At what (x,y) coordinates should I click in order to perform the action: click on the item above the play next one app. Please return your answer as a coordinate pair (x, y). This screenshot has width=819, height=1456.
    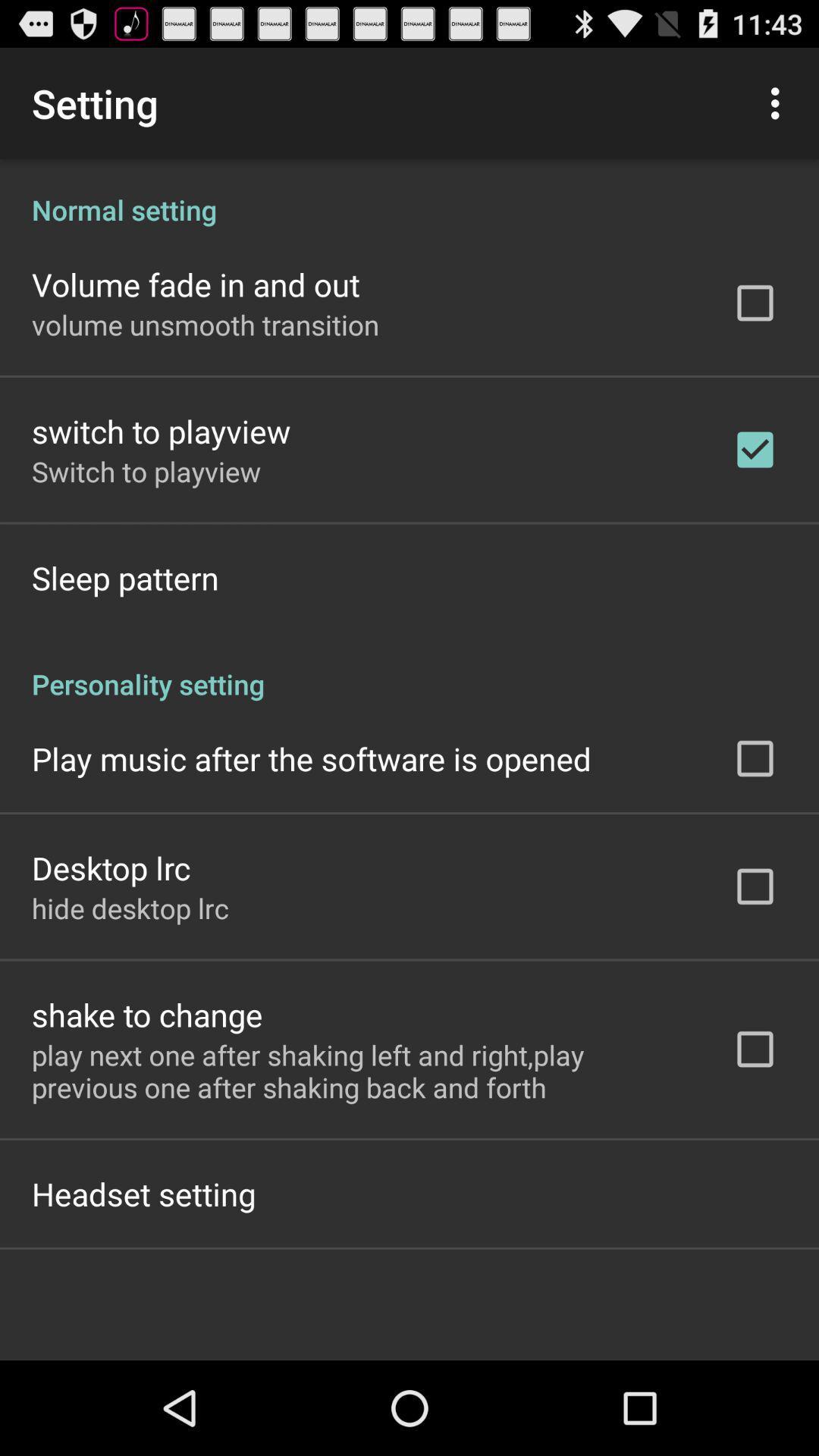
    Looking at the image, I should click on (147, 1015).